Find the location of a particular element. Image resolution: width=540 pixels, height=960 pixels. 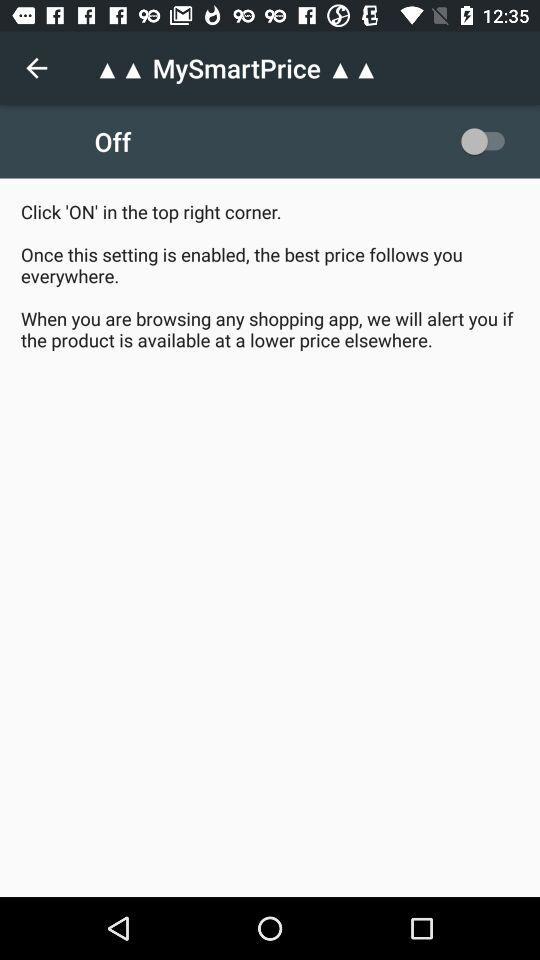

item to the right of the off is located at coordinates (486, 140).